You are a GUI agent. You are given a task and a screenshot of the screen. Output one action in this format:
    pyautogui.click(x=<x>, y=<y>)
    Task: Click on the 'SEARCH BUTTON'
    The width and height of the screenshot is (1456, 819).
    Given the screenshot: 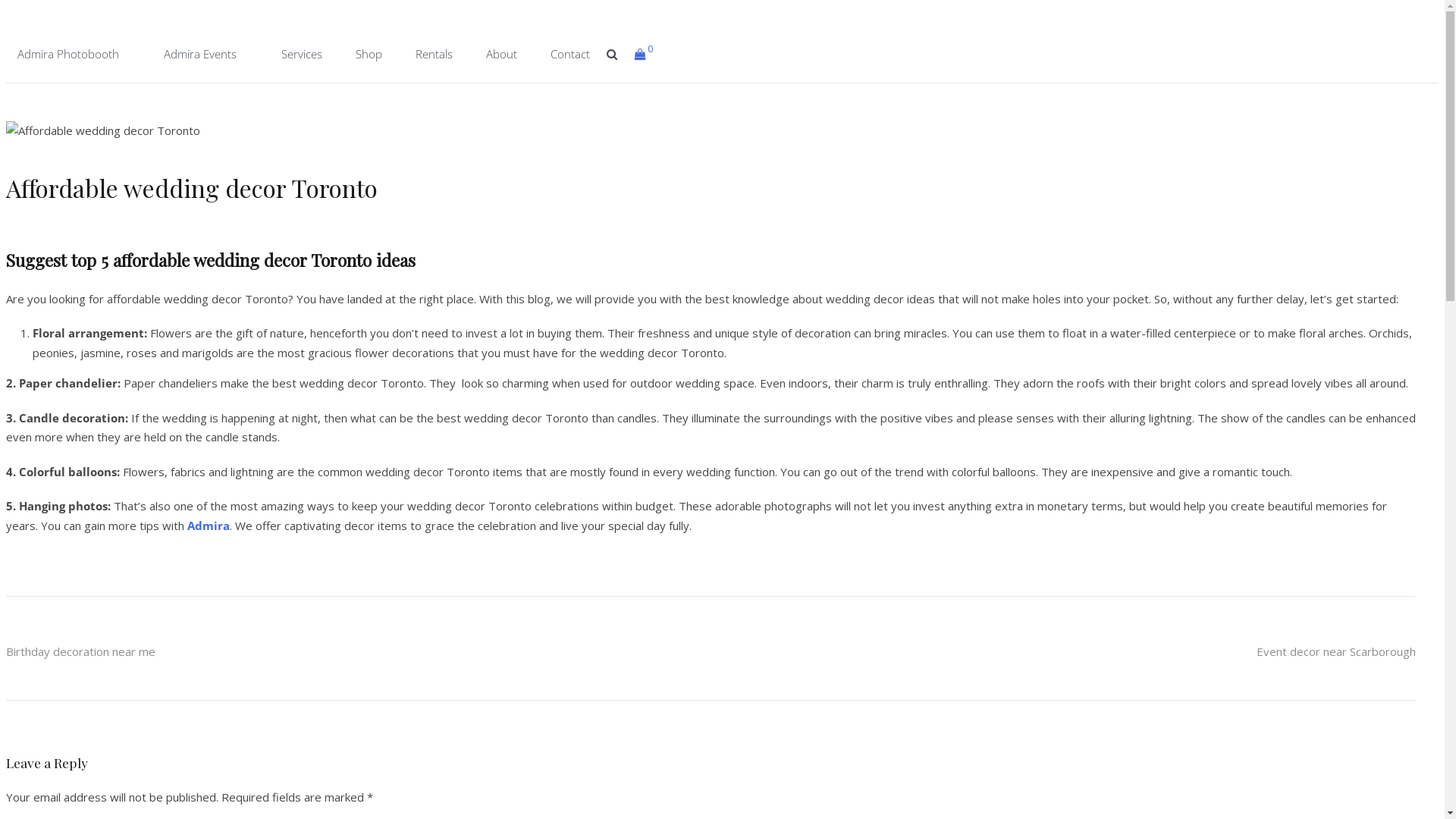 What is the action you would take?
    pyautogui.click(x=612, y=52)
    